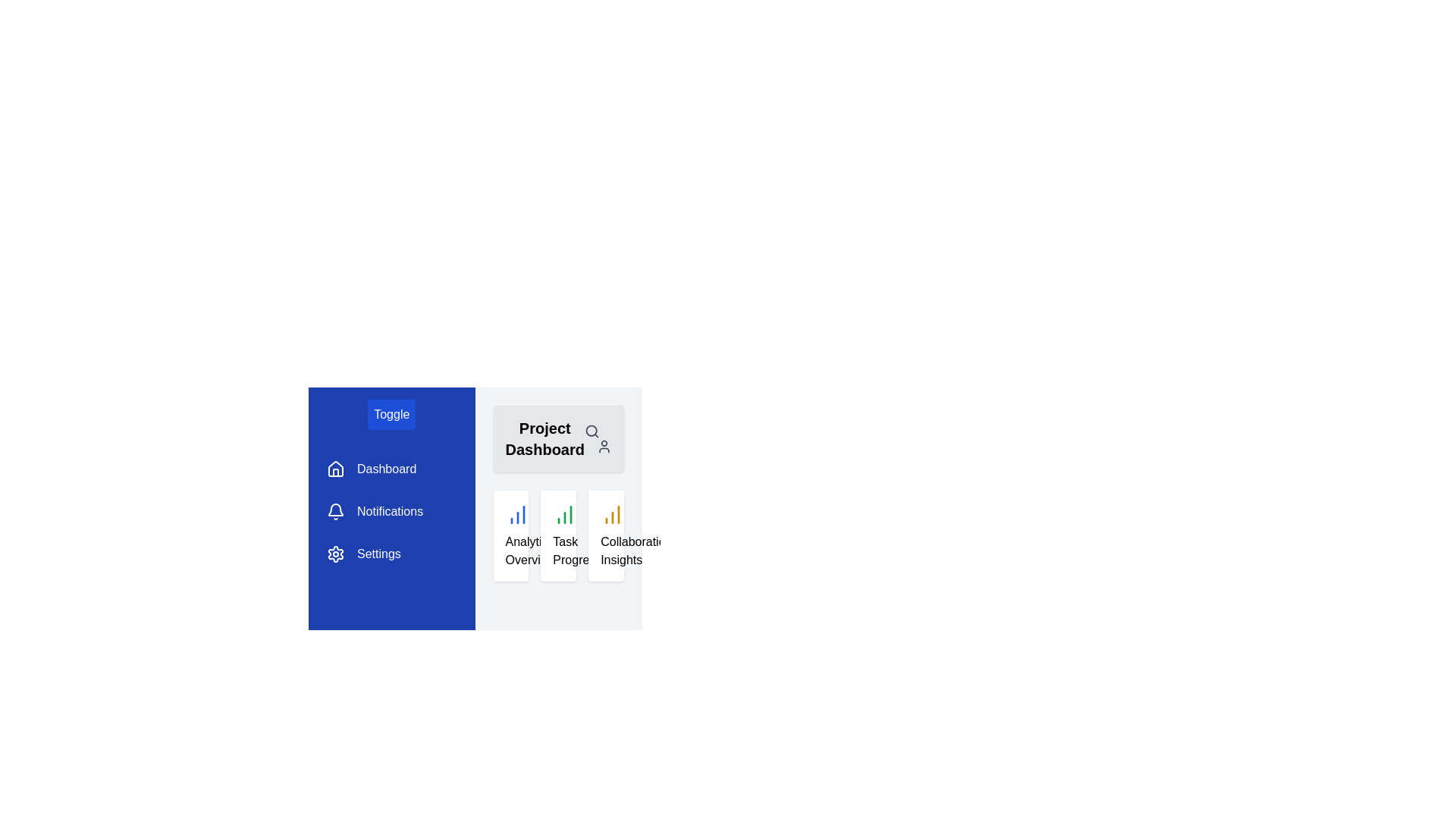 The image size is (1456, 819). What do you see at coordinates (557, 535) in the screenshot?
I see `the second Information Card in the Project Dashboard section, which represents the progress of tasks and is located between the Analytics Overview and Collaboration Insights cards` at bounding box center [557, 535].